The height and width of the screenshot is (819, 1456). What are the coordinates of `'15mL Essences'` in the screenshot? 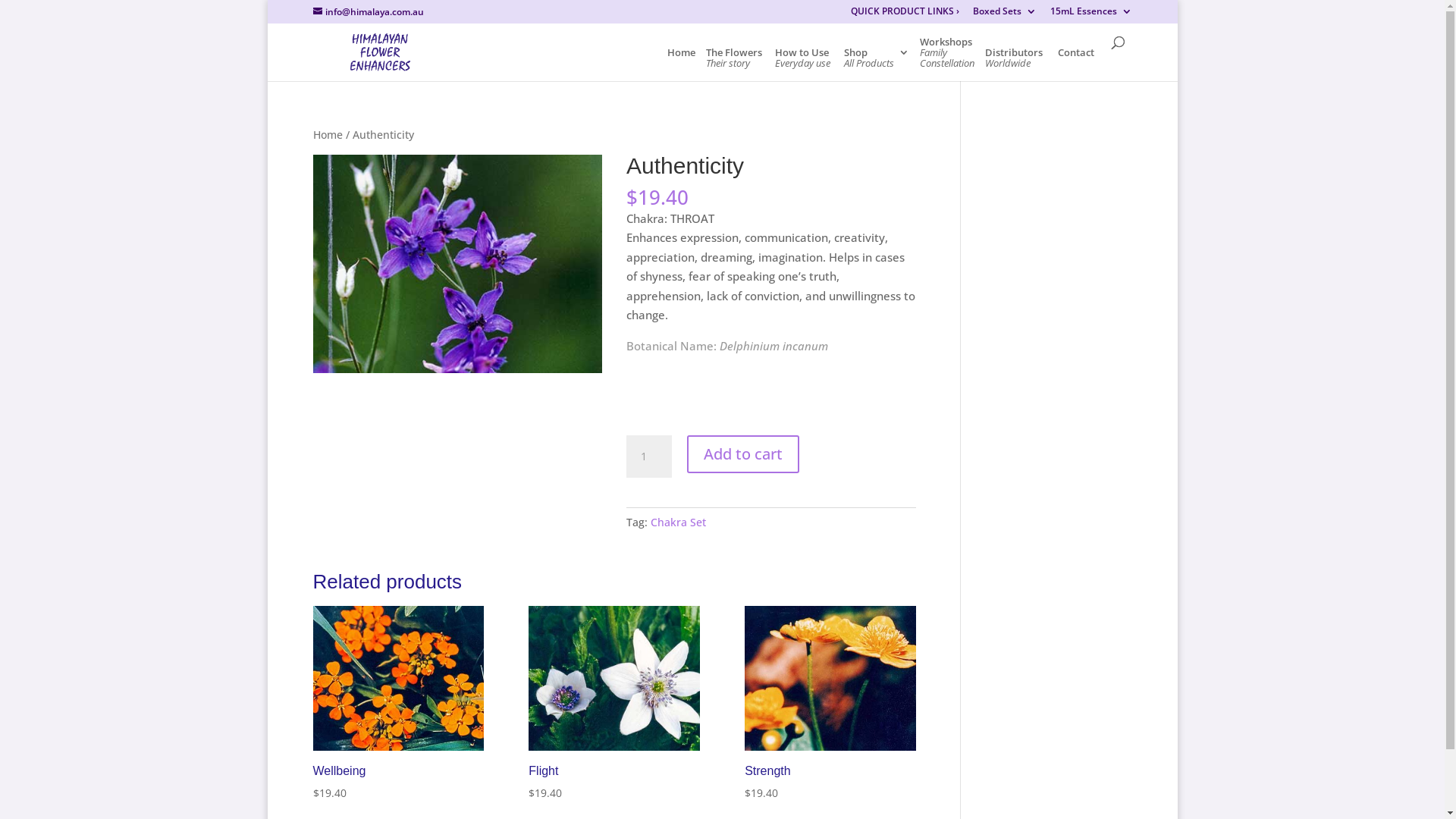 It's located at (1048, 14).